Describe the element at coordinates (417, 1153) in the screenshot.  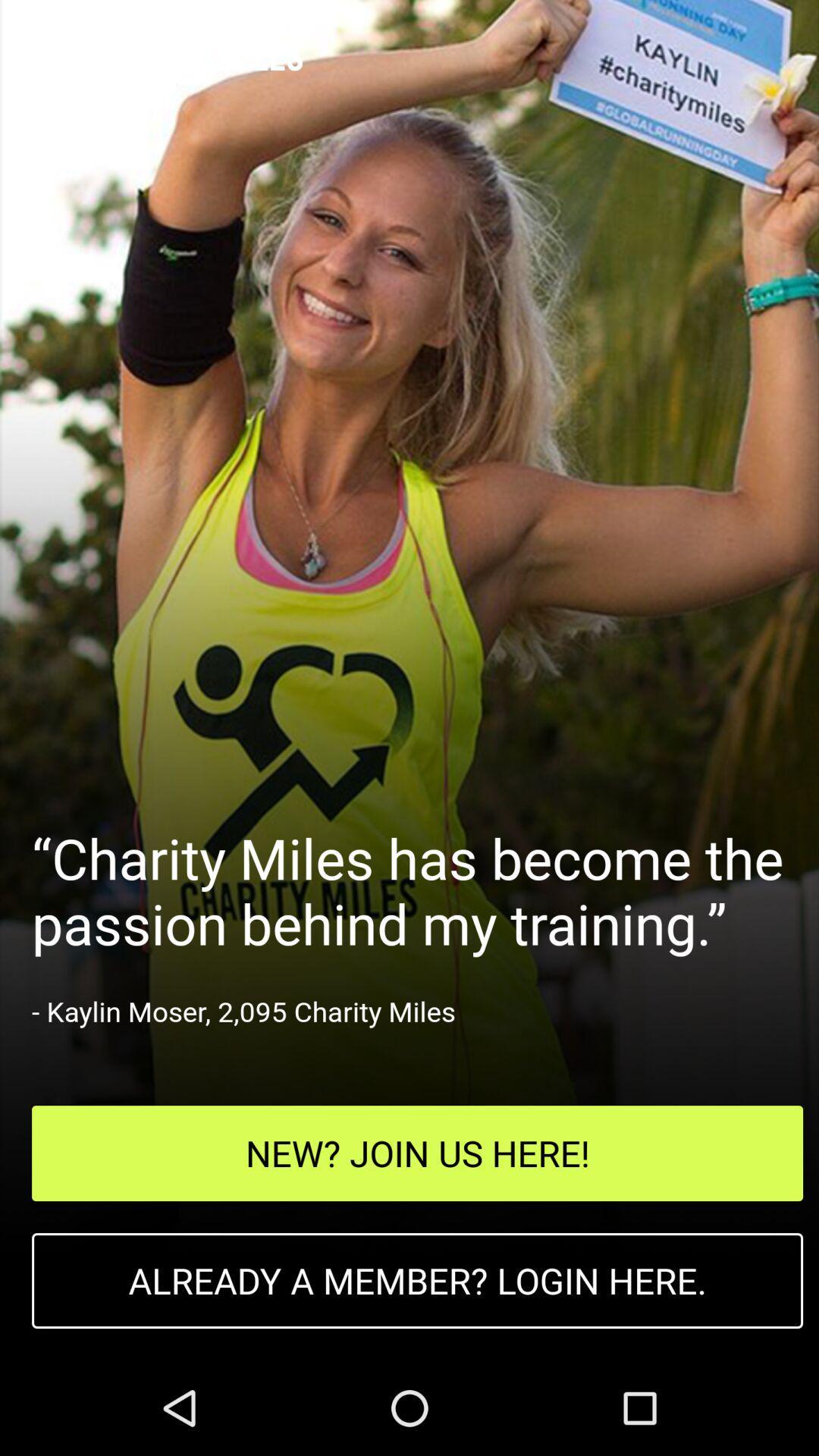
I see `new join us` at that location.